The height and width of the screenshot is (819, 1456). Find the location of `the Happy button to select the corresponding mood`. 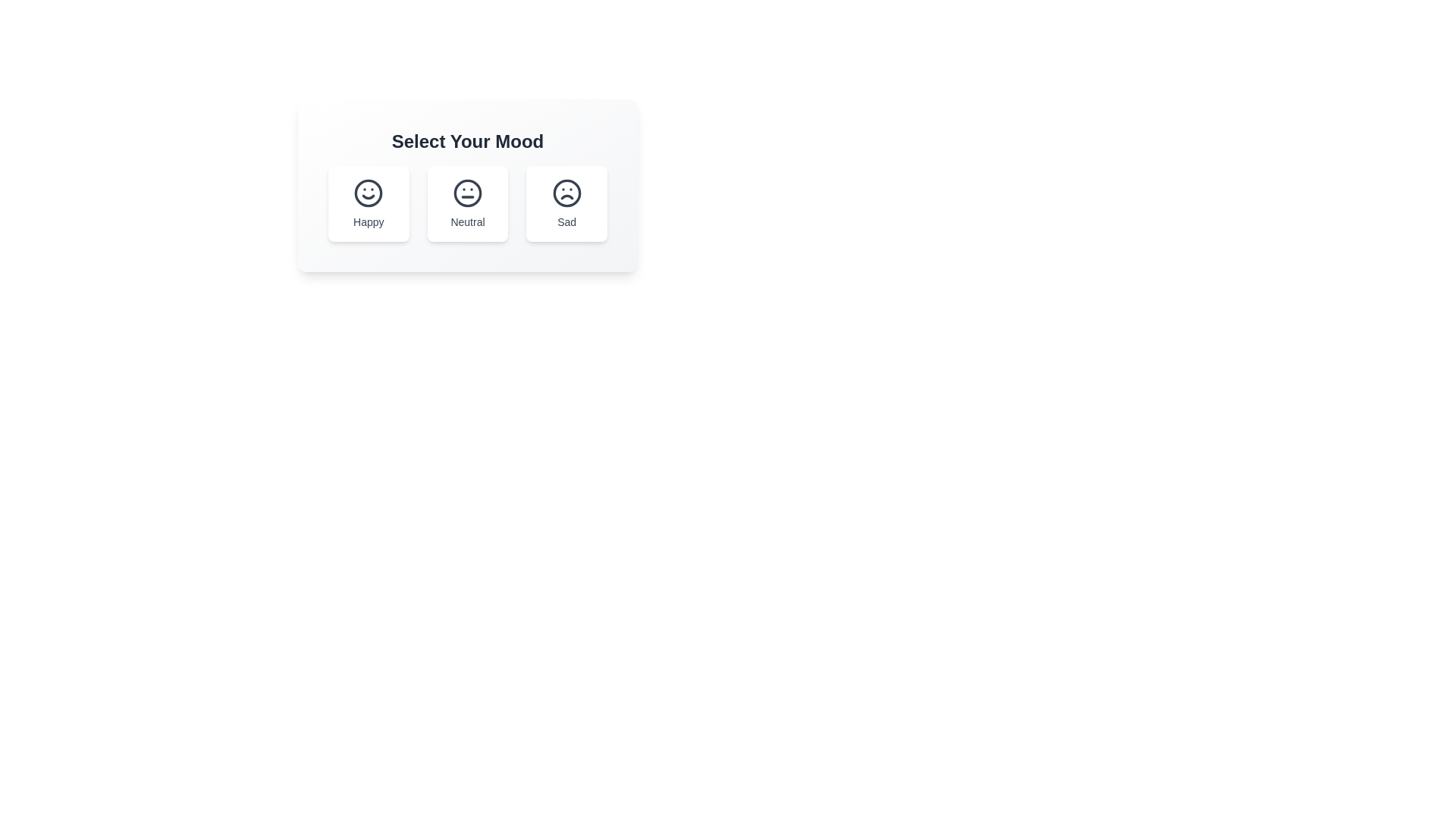

the Happy button to select the corresponding mood is located at coordinates (368, 203).